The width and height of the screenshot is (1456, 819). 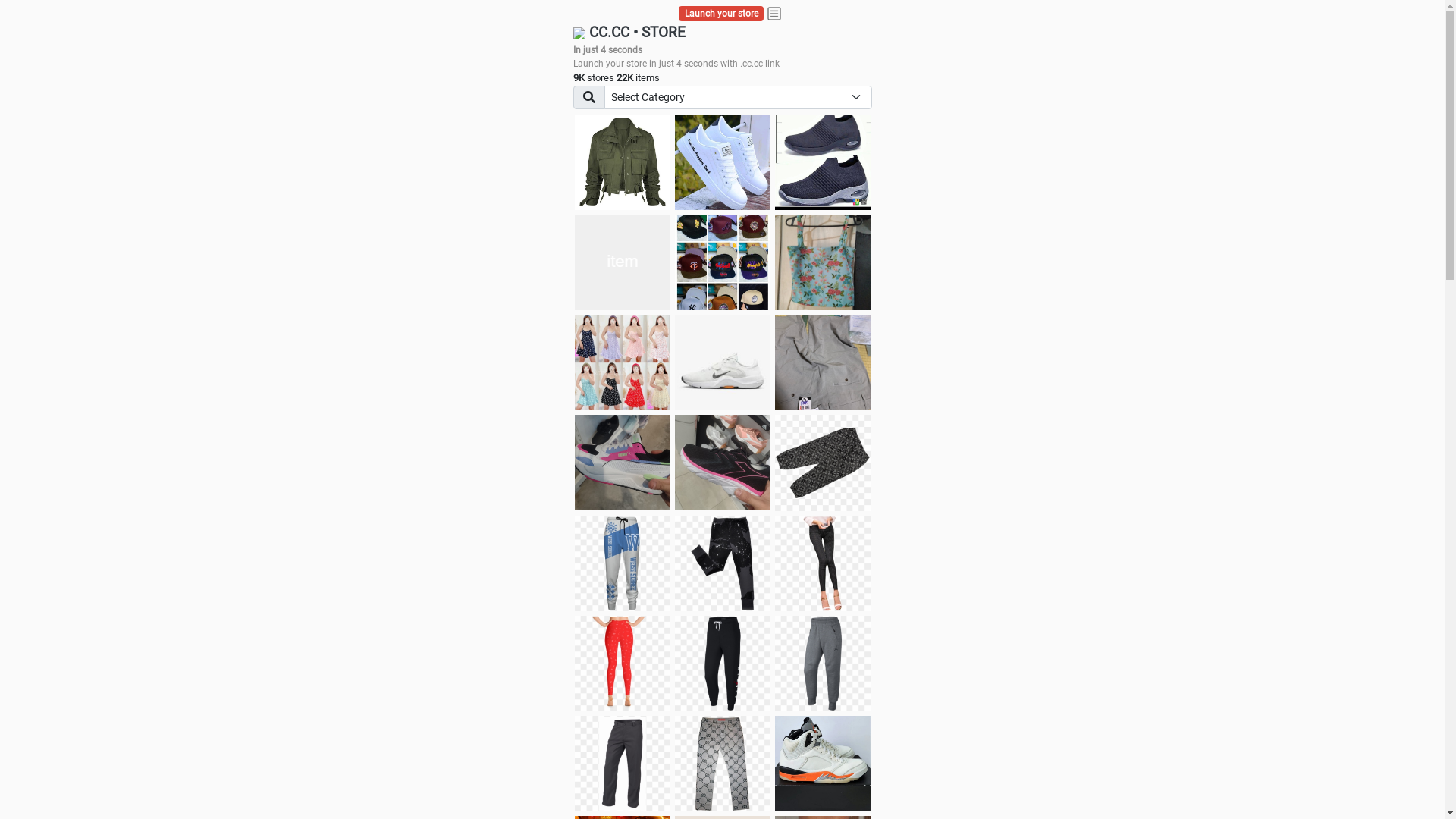 What do you see at coordinates (673, 362) in the screenshot?
I see `'Shoes'` at bounding box center [673, 362].